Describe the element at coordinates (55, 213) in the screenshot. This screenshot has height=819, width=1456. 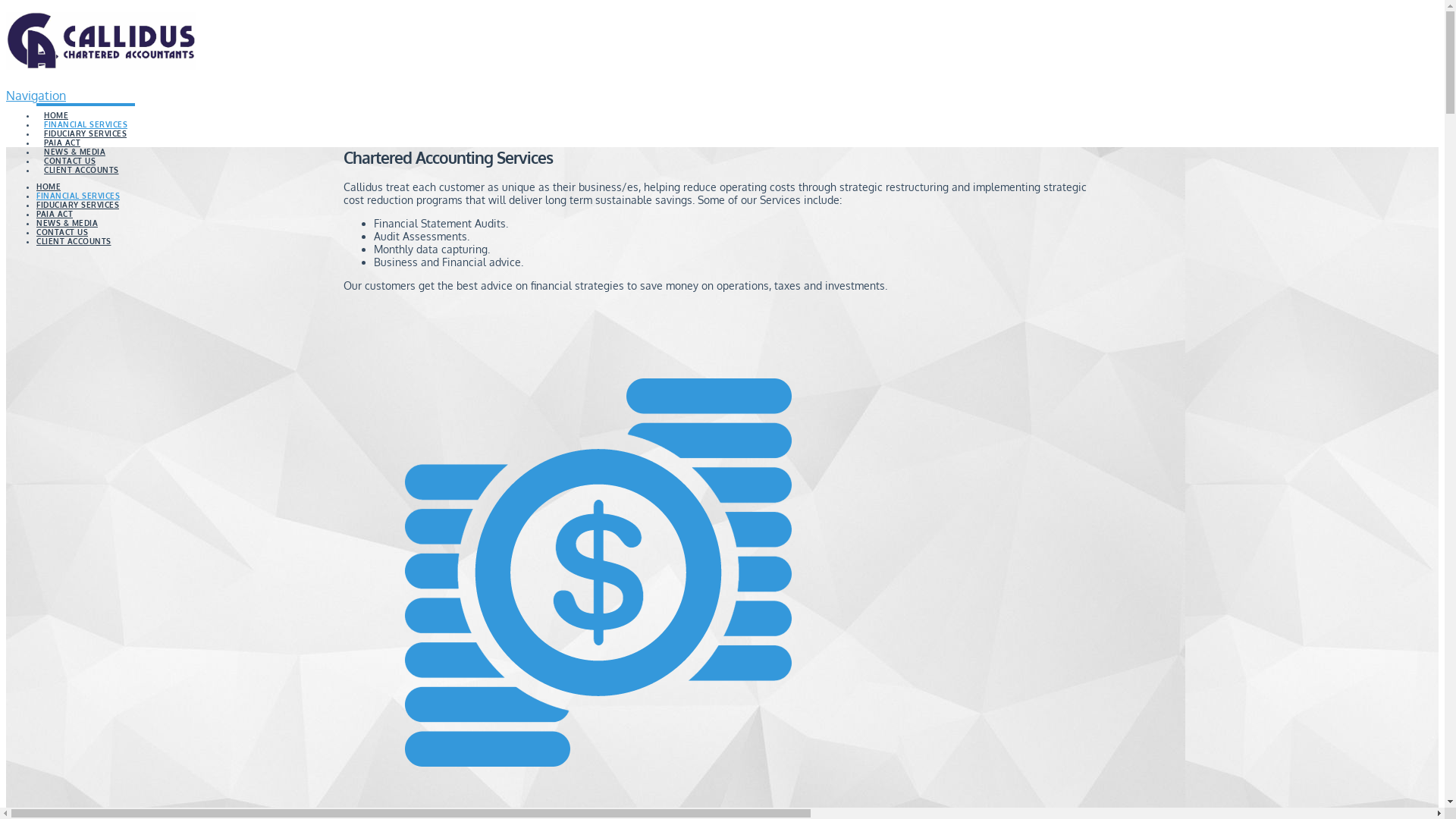
I see `'PAIA ACT'` at that location.